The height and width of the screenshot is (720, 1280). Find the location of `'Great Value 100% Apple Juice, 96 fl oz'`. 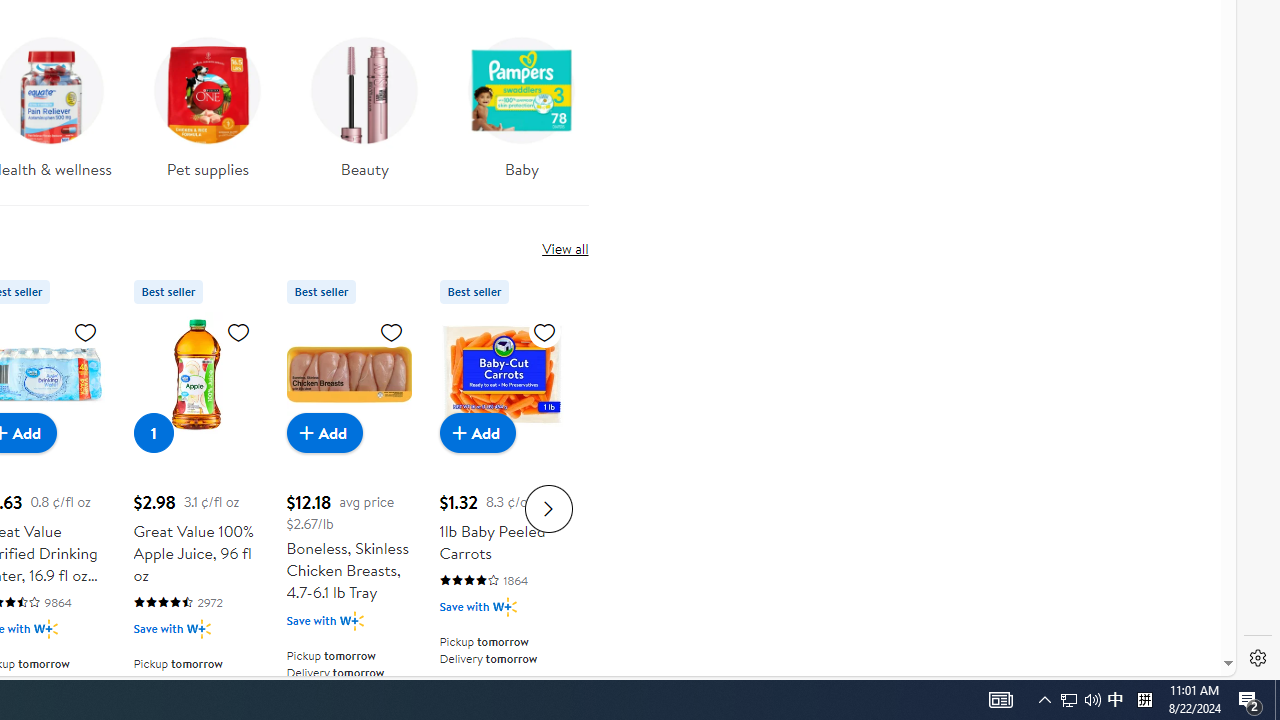

'Great Value 100% Apple Juice, 96 fl oz' is located at coordinates (195, 374).